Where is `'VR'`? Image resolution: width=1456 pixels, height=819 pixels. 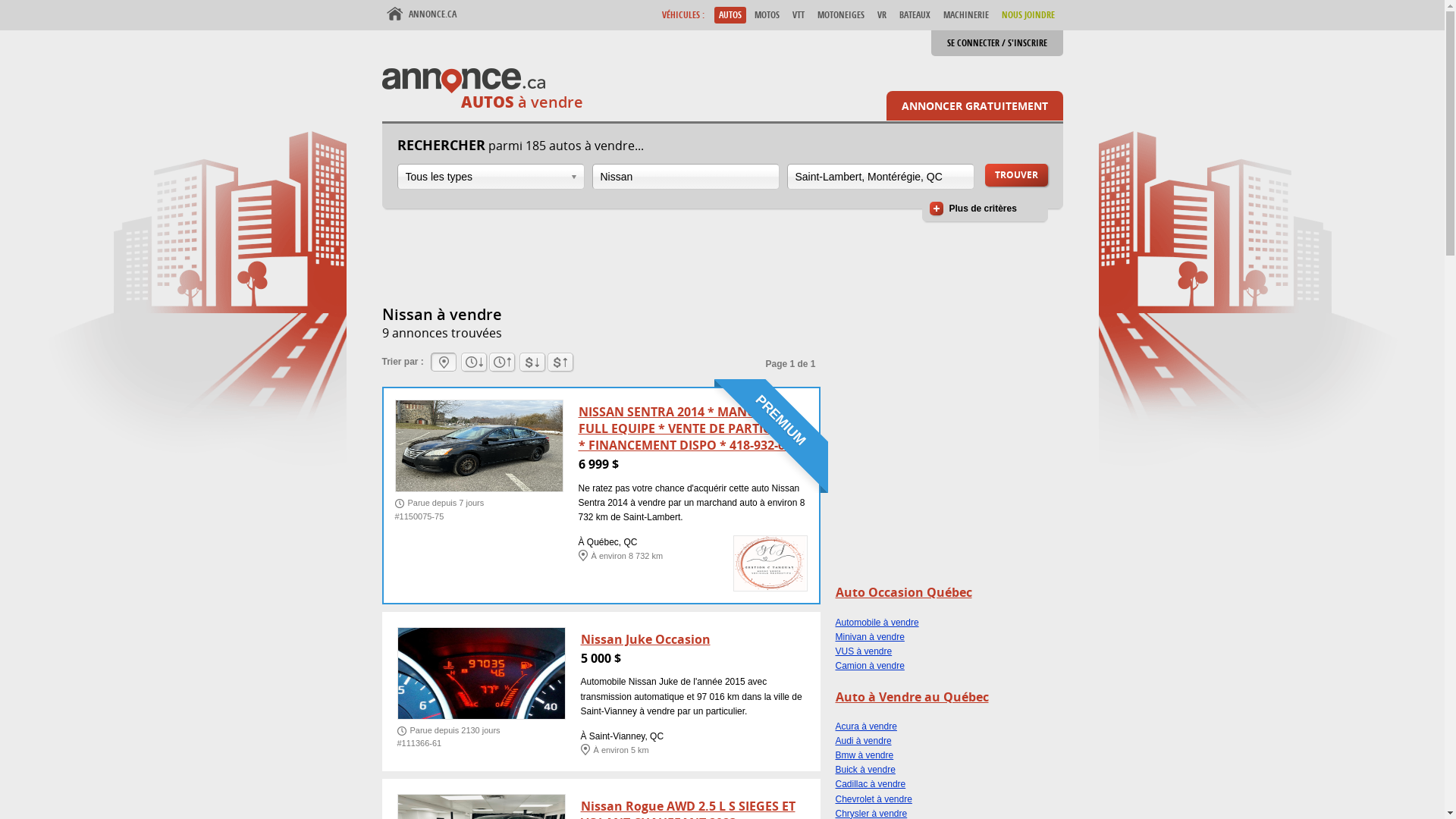 'VR' is located at coordinates (880, 14).